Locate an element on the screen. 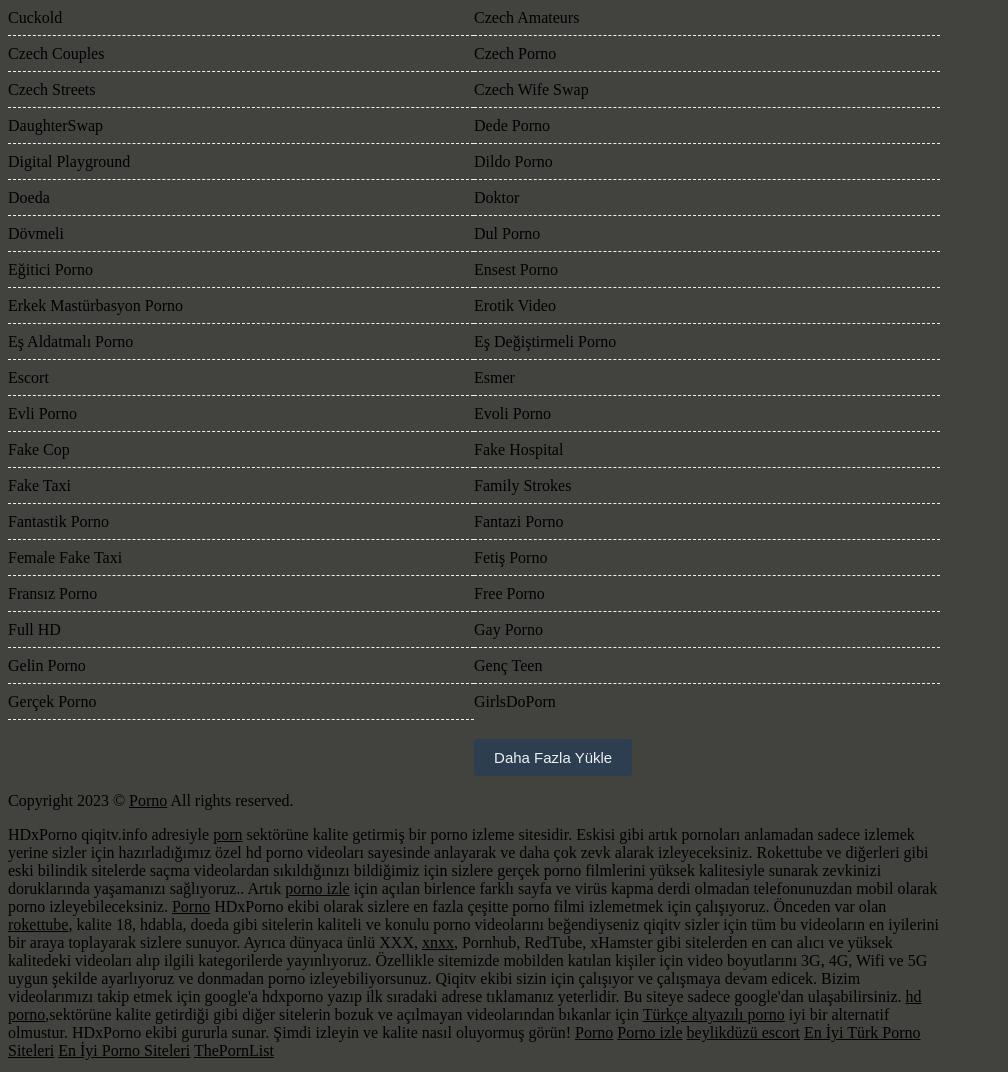  'ThePornList' is located at coordinates (233, 1050).